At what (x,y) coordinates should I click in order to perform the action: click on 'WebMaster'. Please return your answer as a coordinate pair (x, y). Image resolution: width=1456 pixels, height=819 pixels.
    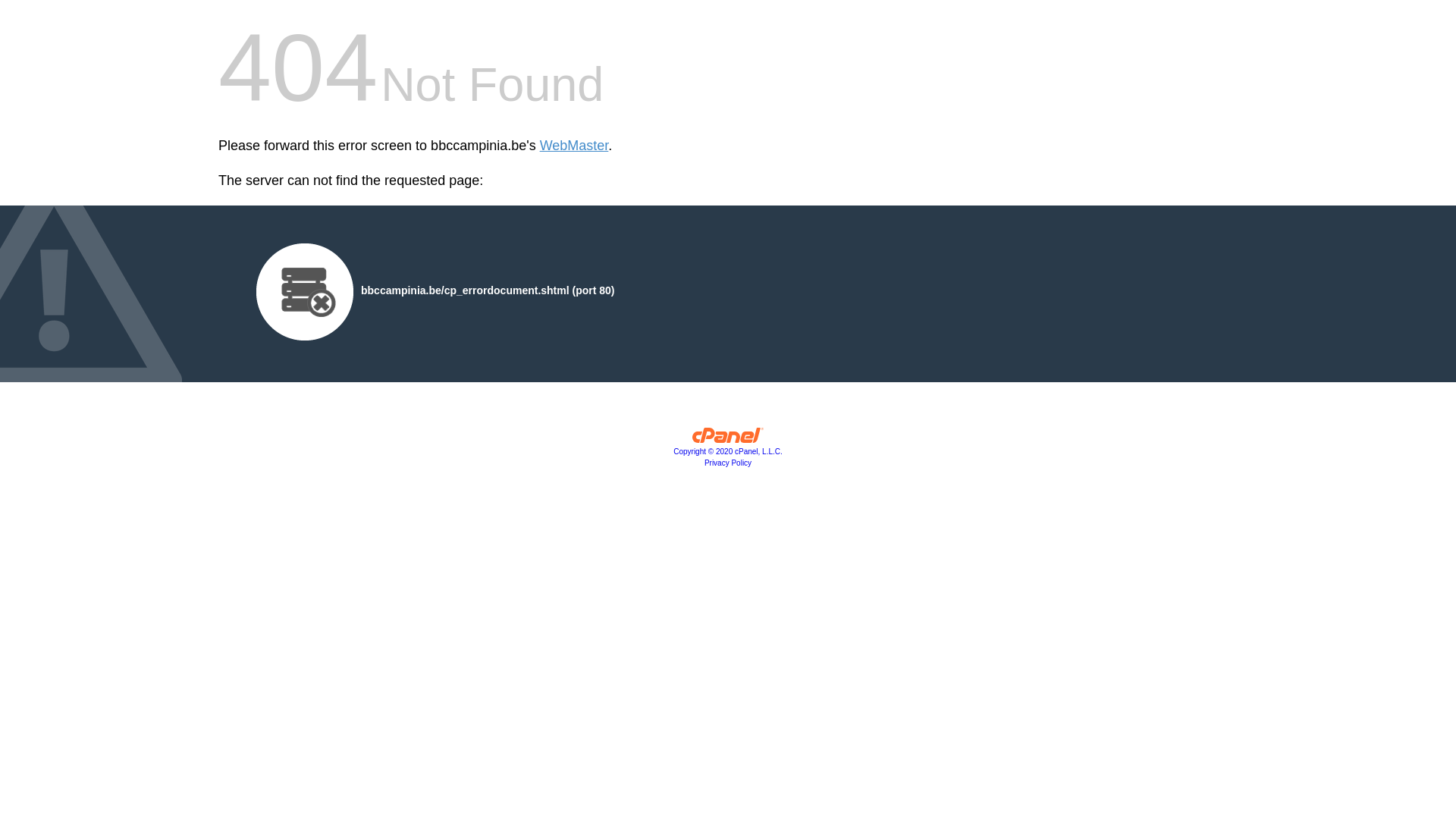
    Looking at the image, I should click on (573, 146).